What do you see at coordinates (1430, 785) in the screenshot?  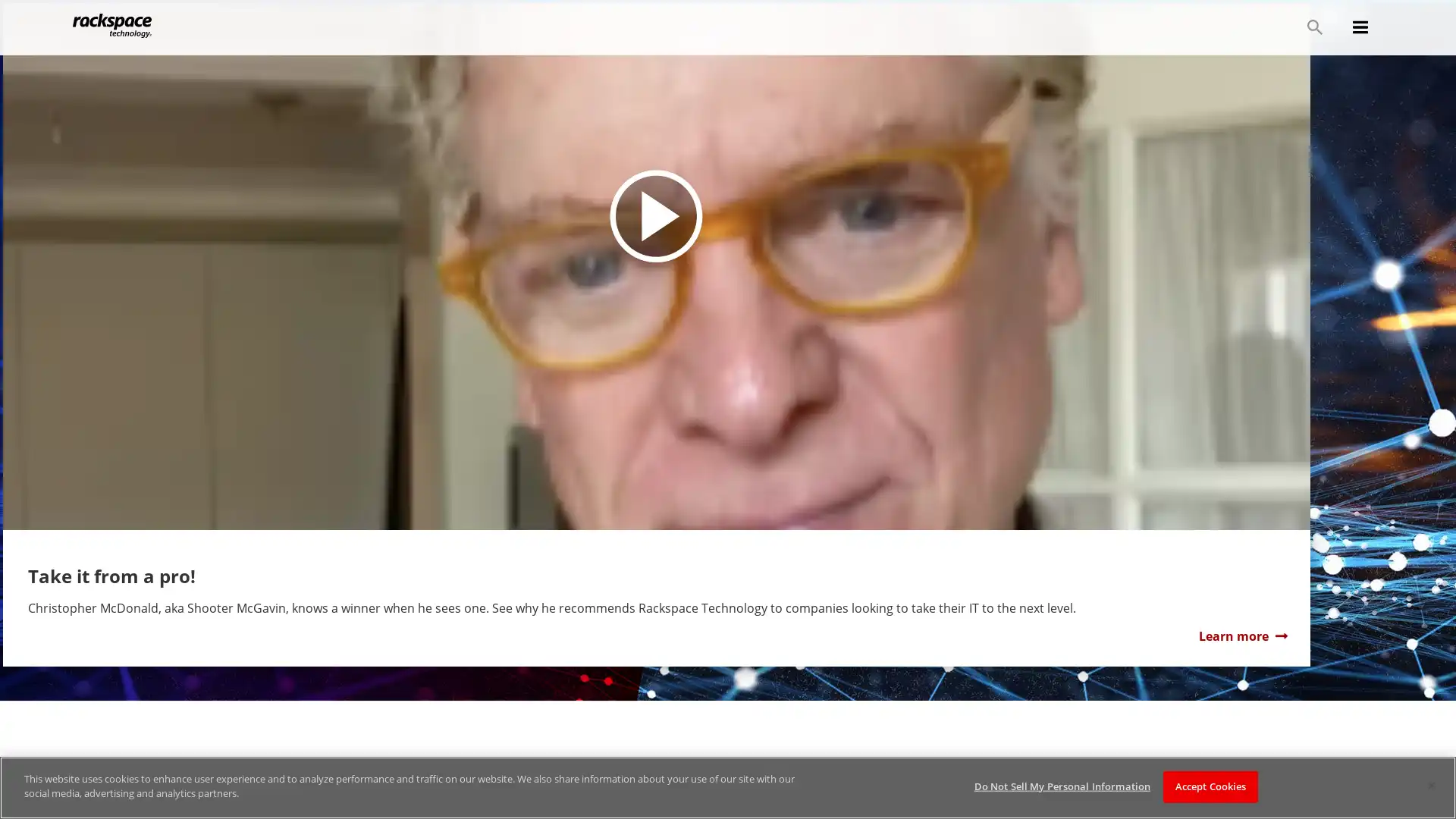 I see `Close` at bounding box center [1430, 785].